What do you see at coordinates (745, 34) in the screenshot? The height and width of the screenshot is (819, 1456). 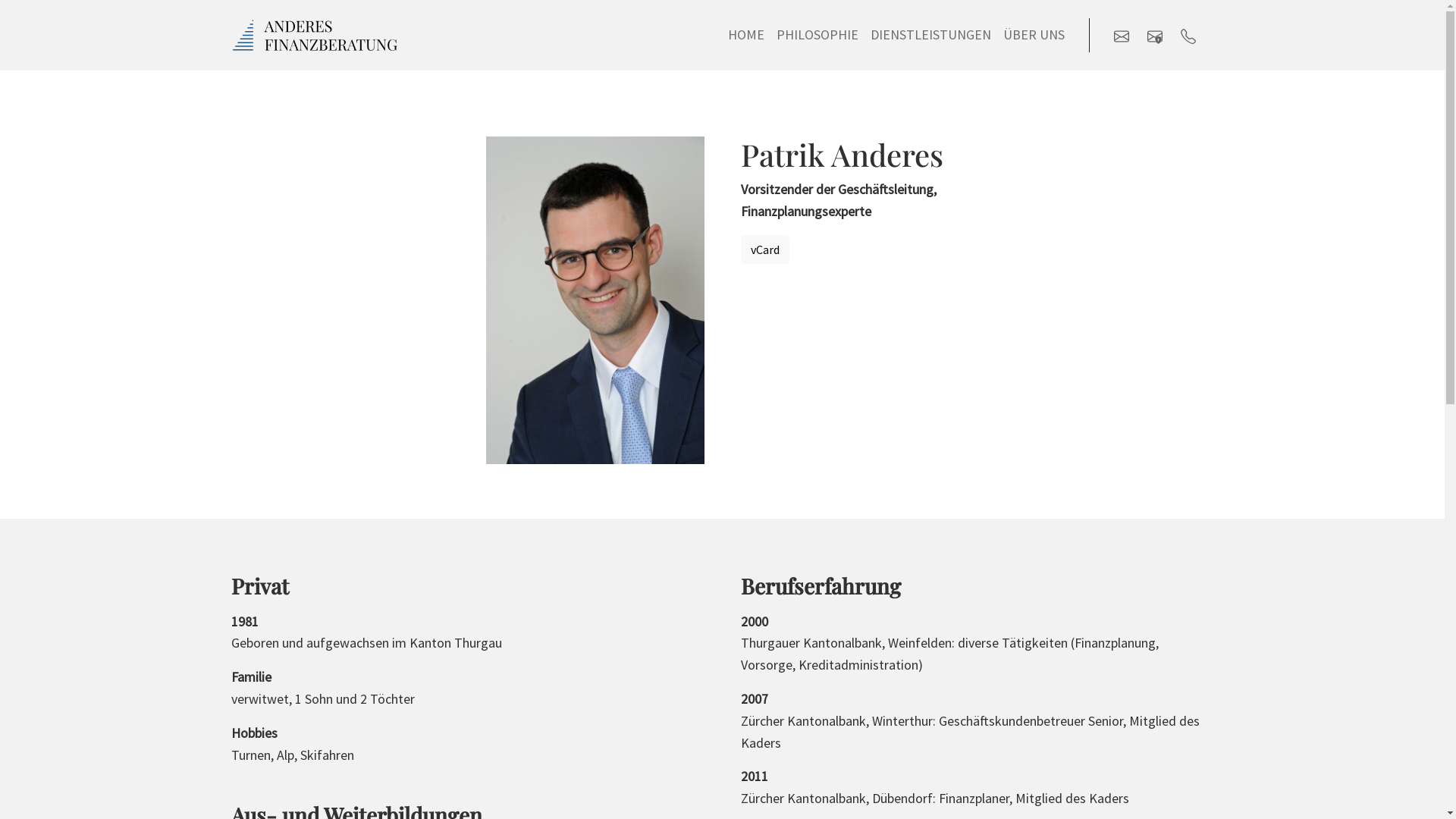 I see `'HOME'` at bounding box center [745, 34].